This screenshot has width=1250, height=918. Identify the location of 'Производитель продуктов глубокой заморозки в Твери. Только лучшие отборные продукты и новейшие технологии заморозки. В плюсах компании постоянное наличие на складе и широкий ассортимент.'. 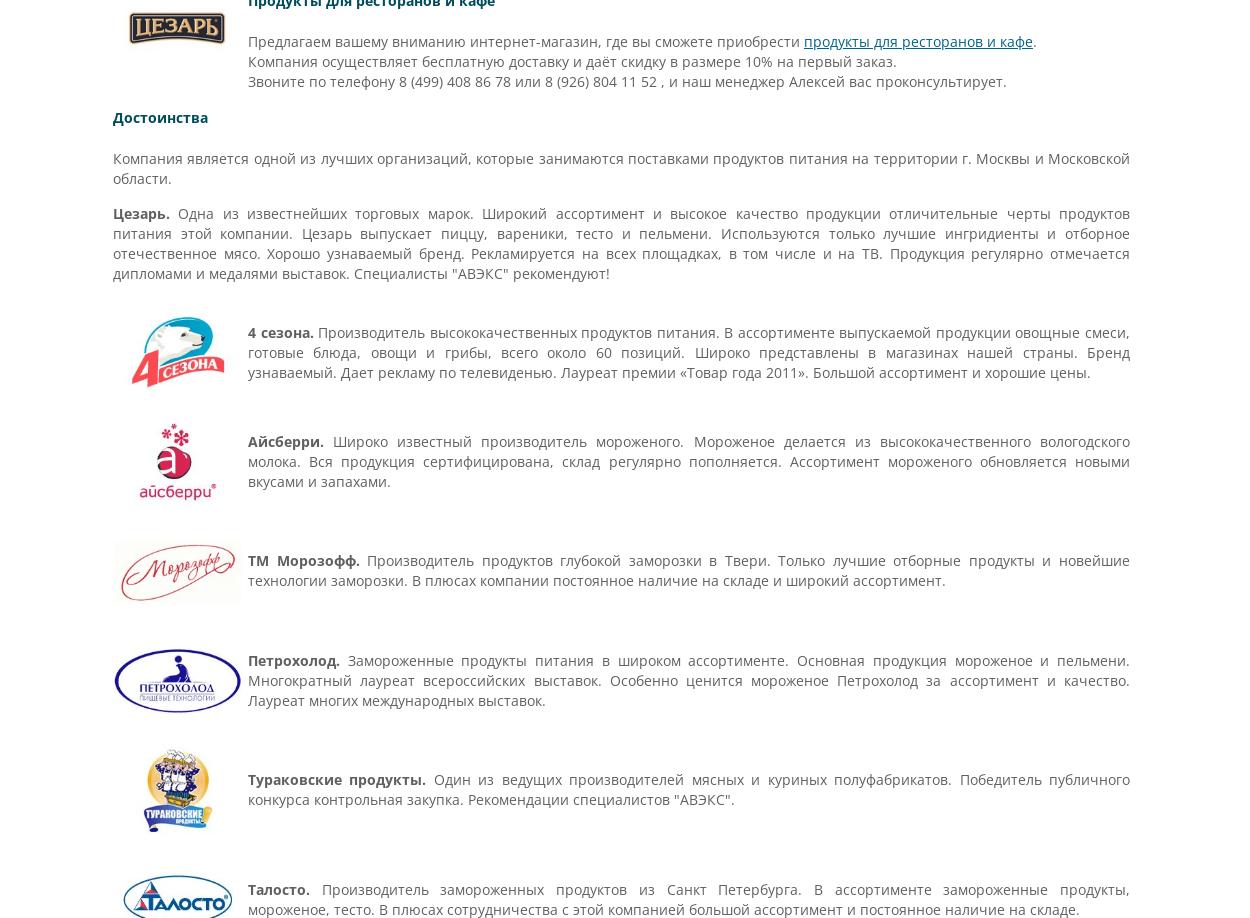
(688, 569).